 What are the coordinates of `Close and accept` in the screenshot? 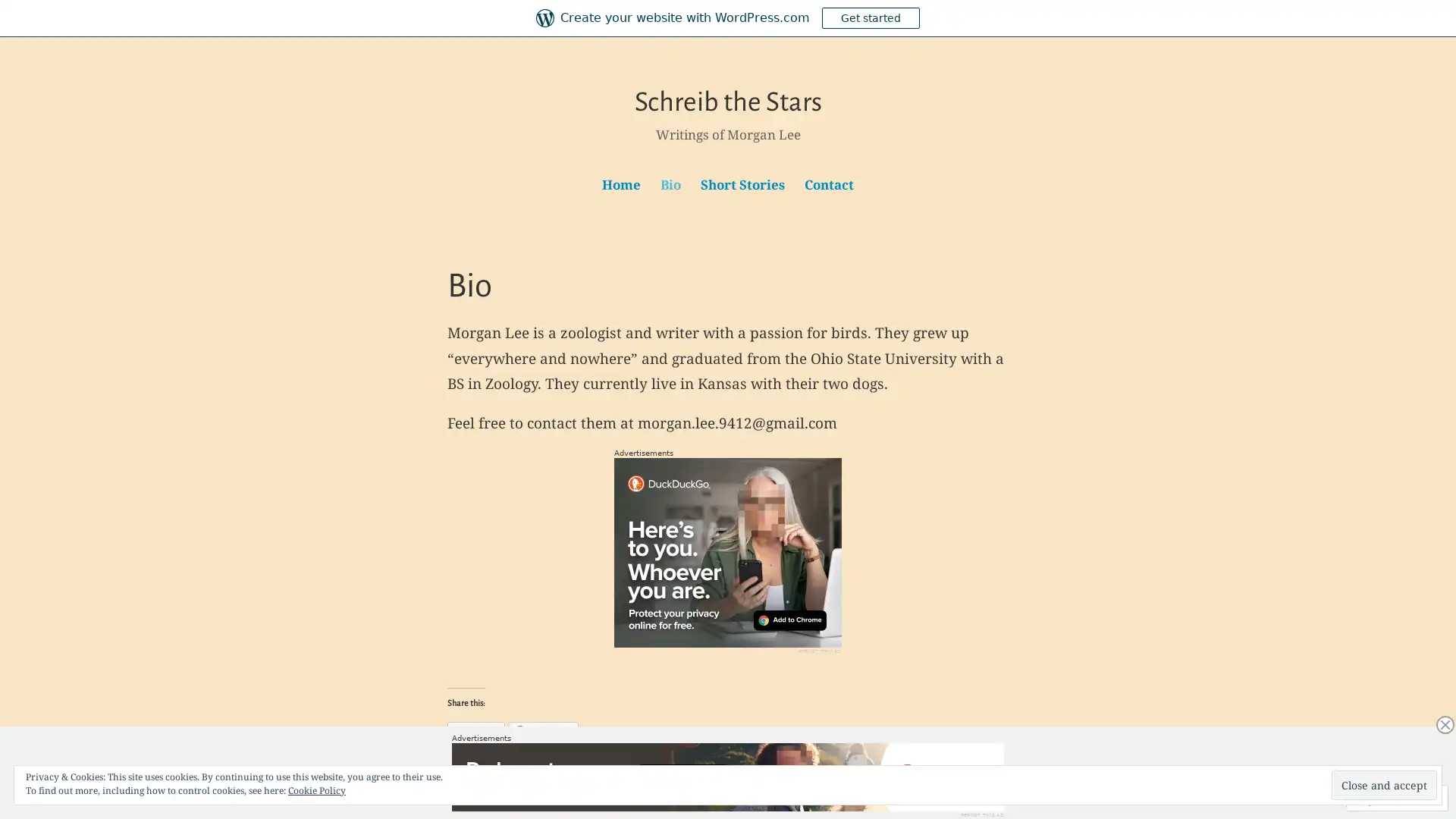 It's located at (1384, 785).